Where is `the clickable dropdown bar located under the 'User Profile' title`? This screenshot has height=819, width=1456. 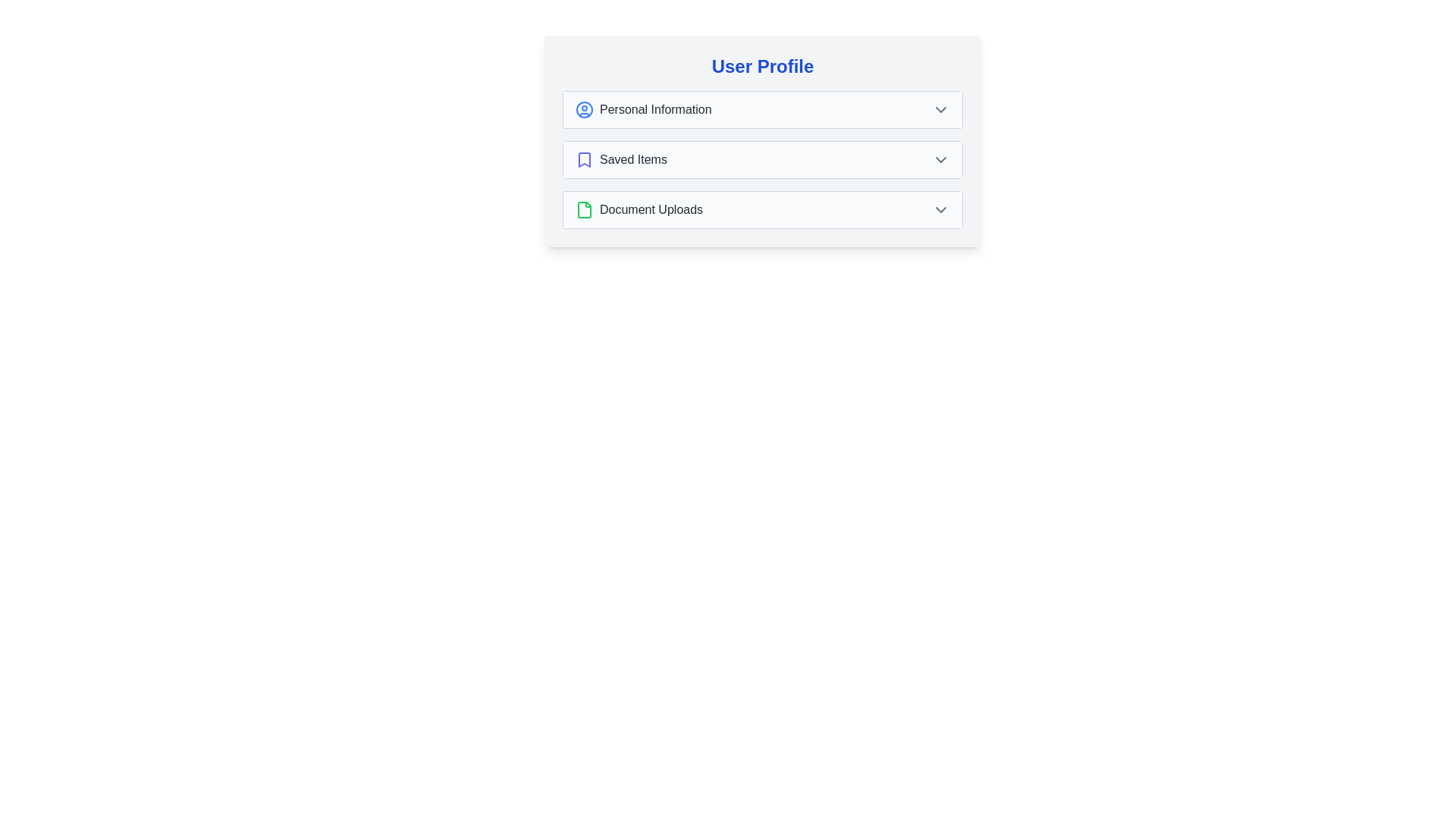
the clickable dropdown bar located under the 'User Profile' title is located at coordinates (763, 109).